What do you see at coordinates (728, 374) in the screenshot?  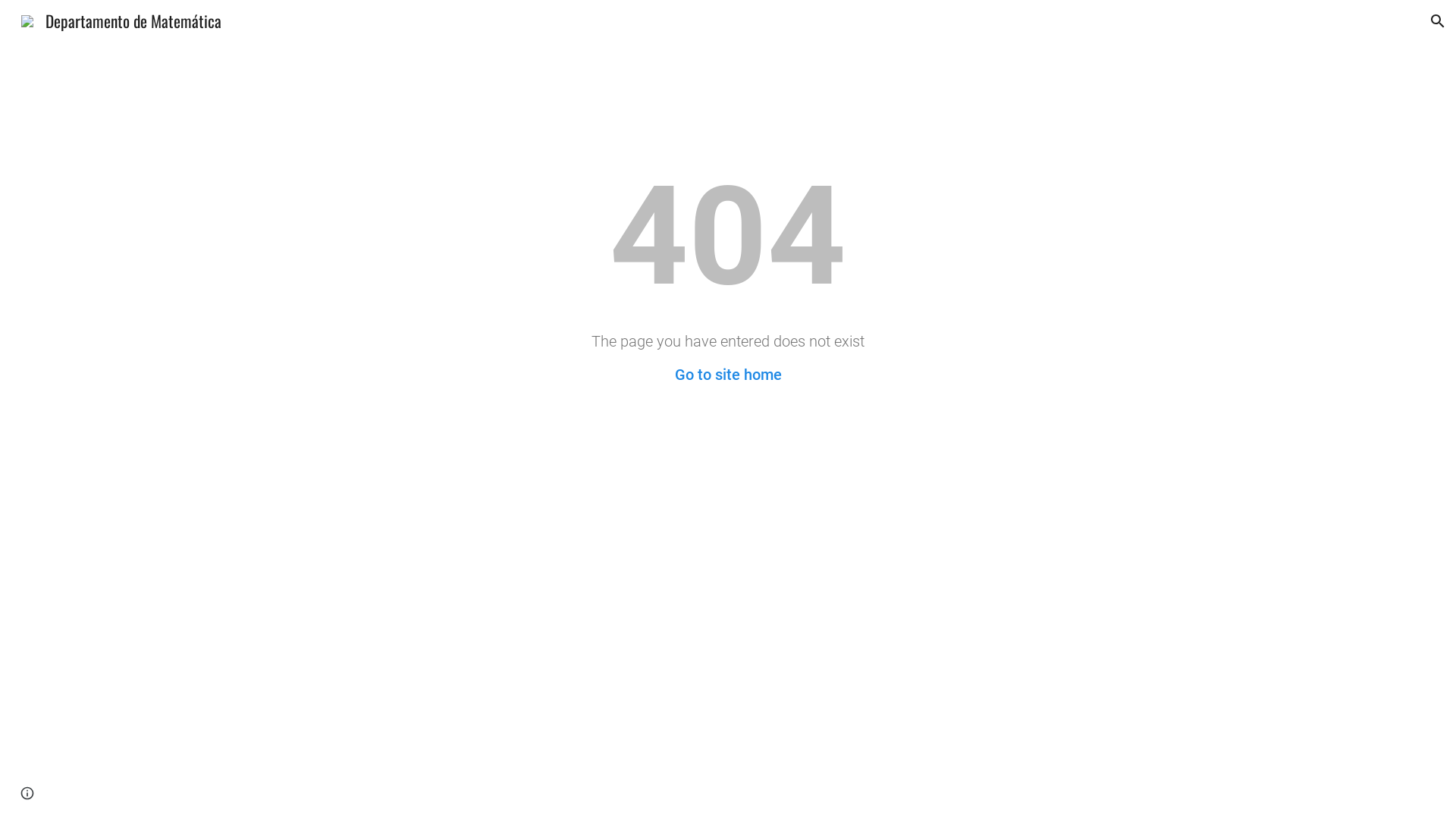 I see `'Go to site home'` at bounding box center [728, 374].